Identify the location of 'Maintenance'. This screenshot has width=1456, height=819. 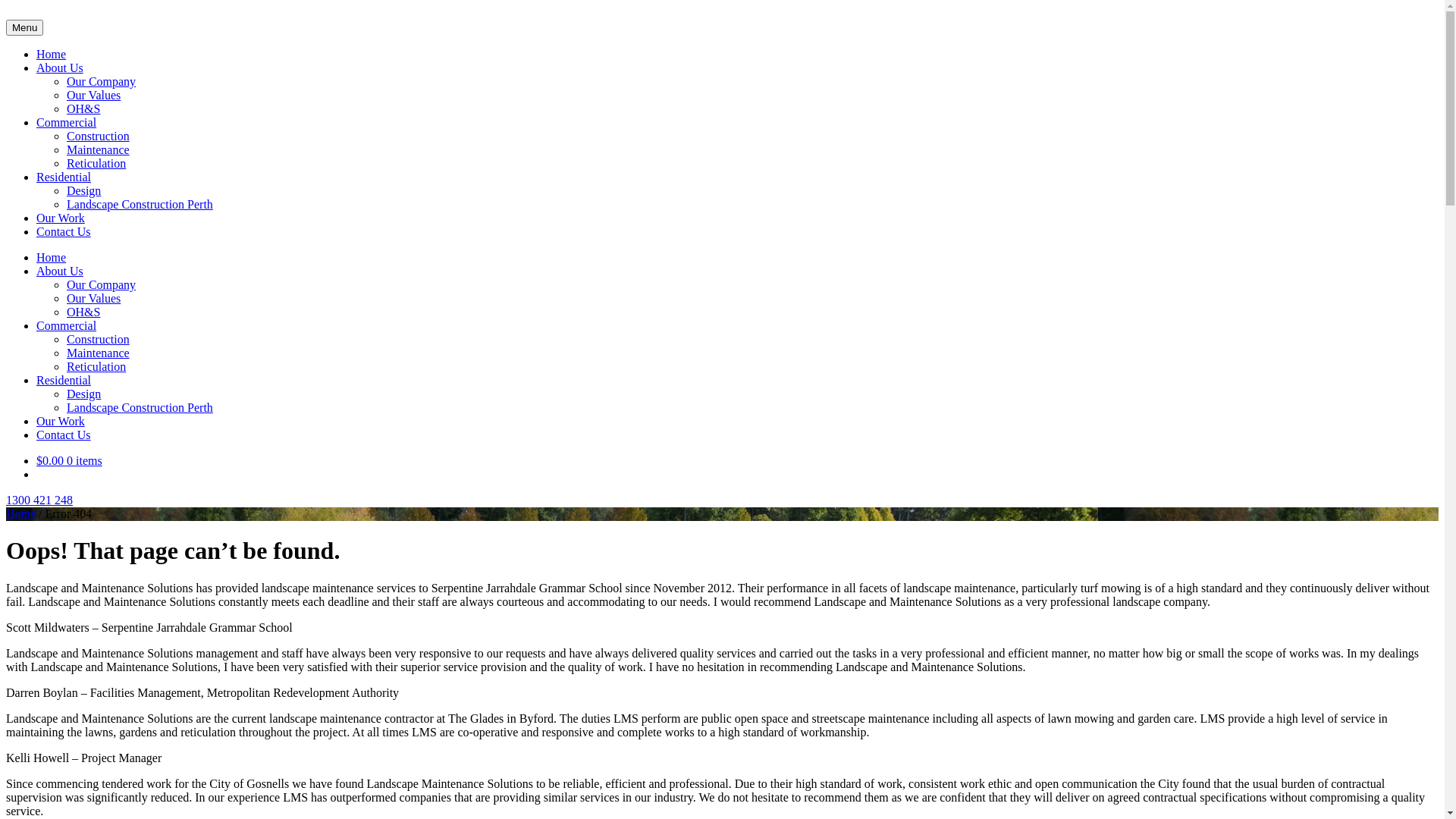
(97, 149).